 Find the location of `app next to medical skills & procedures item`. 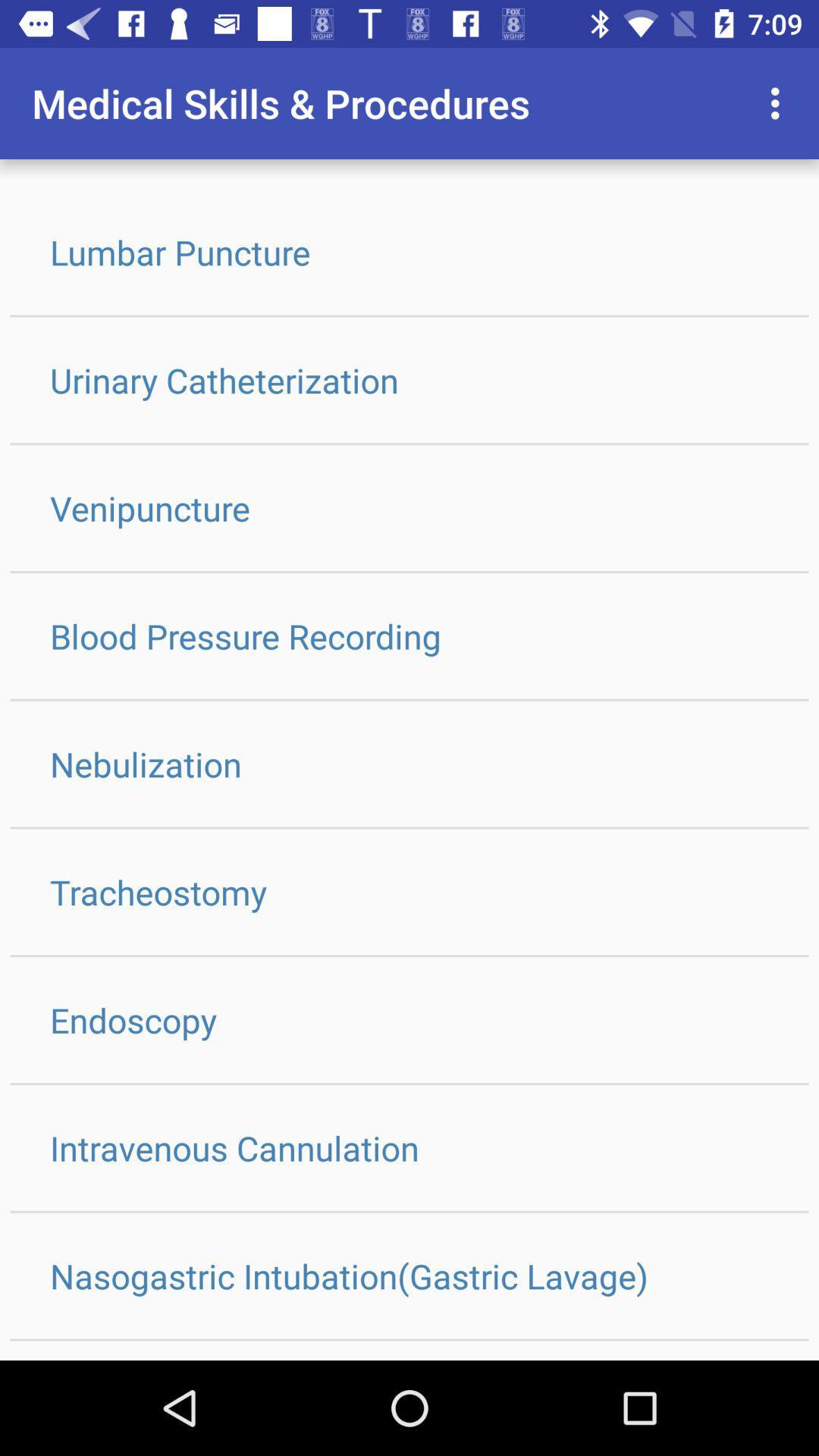

app next to medical skills & procedures item is located at coordinates (779, 102).